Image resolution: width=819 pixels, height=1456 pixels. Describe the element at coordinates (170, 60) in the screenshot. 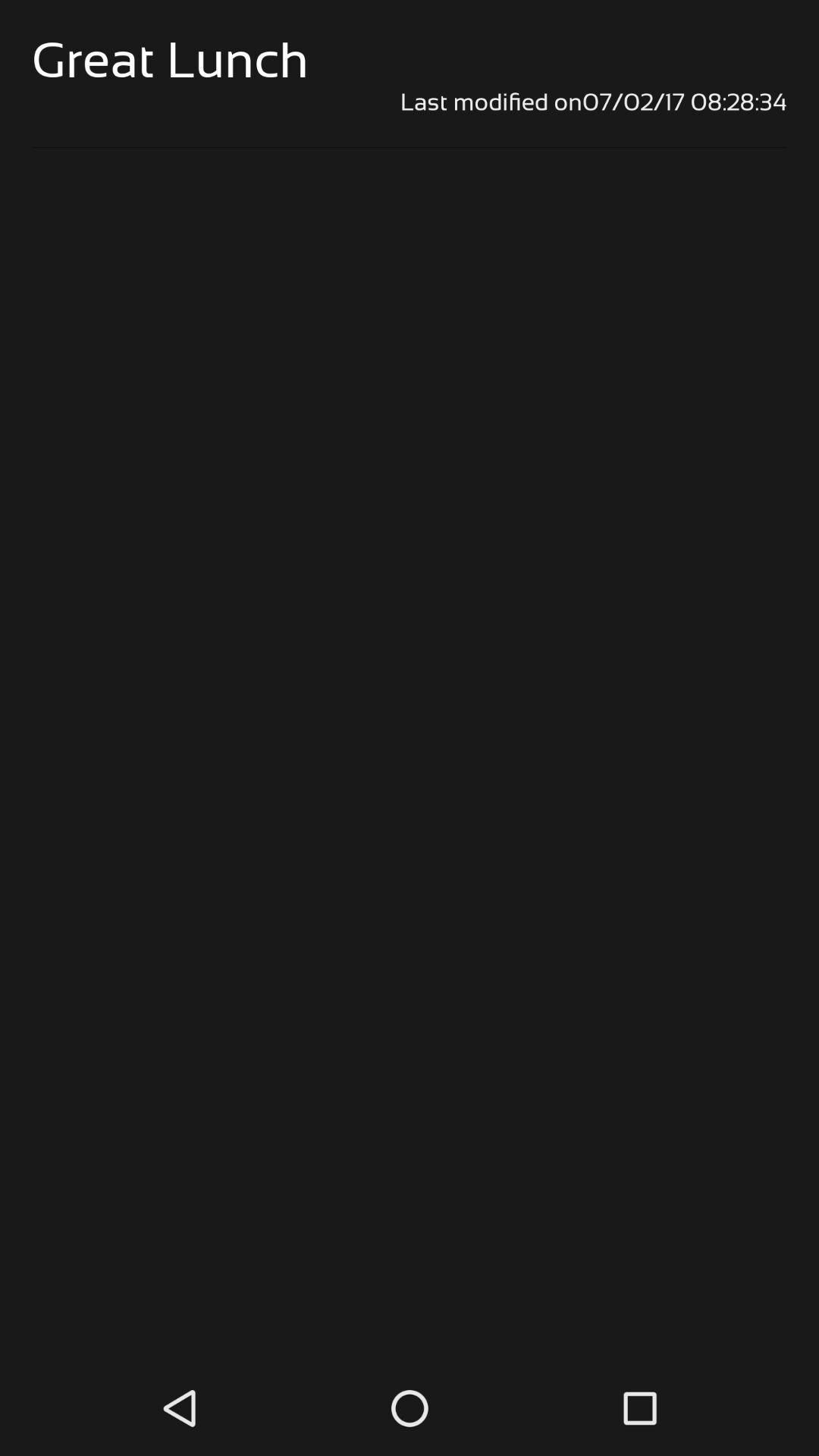

I see `item above the last modified on07` at that location.